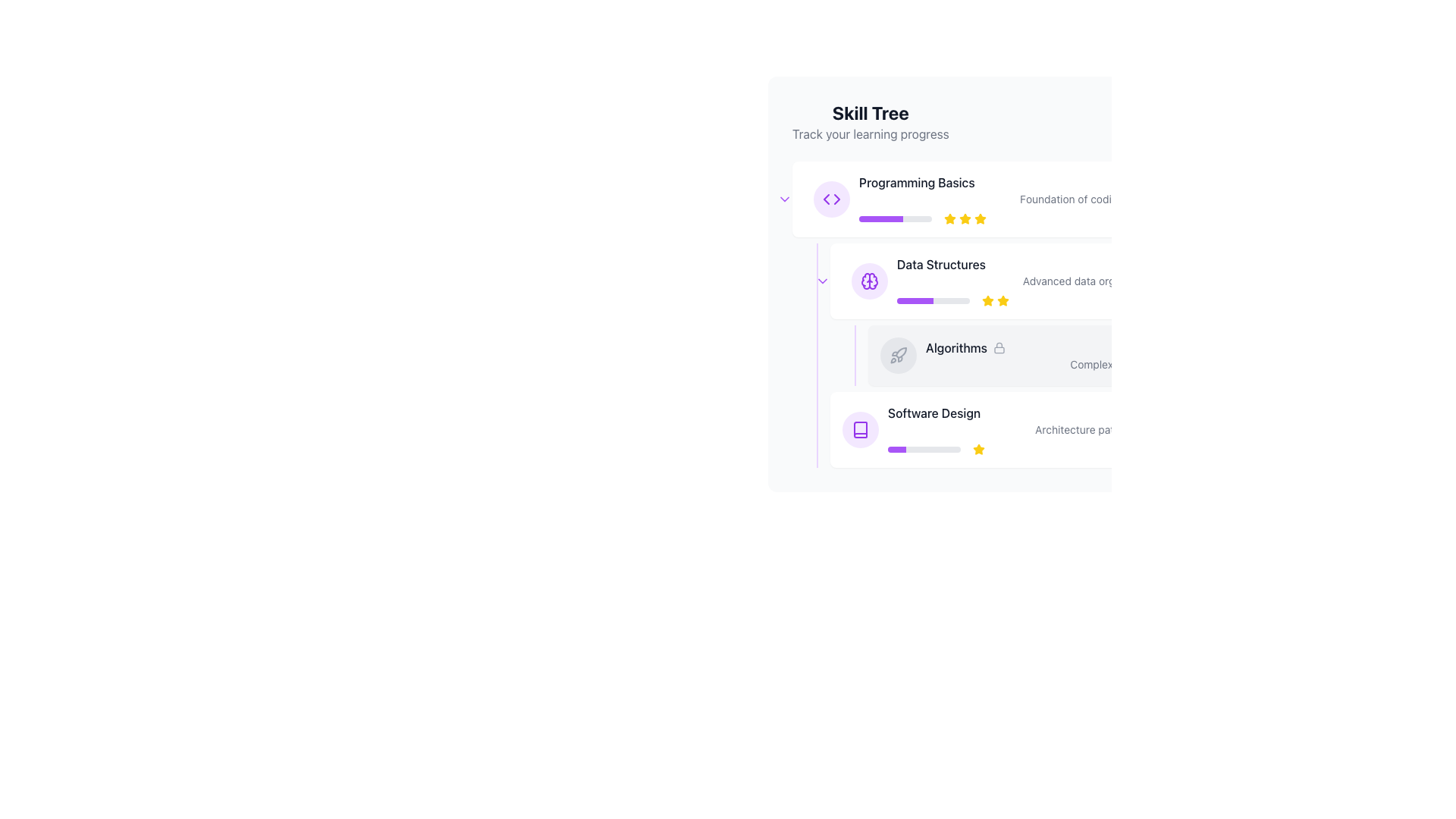  What do you see at coordinates (1086, 449) in the screenshot?
I see `the progress bar with an achievement indicator located at the bottom section of the 'Software Design' module, beneath the texts 'Software Design' and 'Architecture patterns' to interpret progress` at bounding box center [1086, 449].